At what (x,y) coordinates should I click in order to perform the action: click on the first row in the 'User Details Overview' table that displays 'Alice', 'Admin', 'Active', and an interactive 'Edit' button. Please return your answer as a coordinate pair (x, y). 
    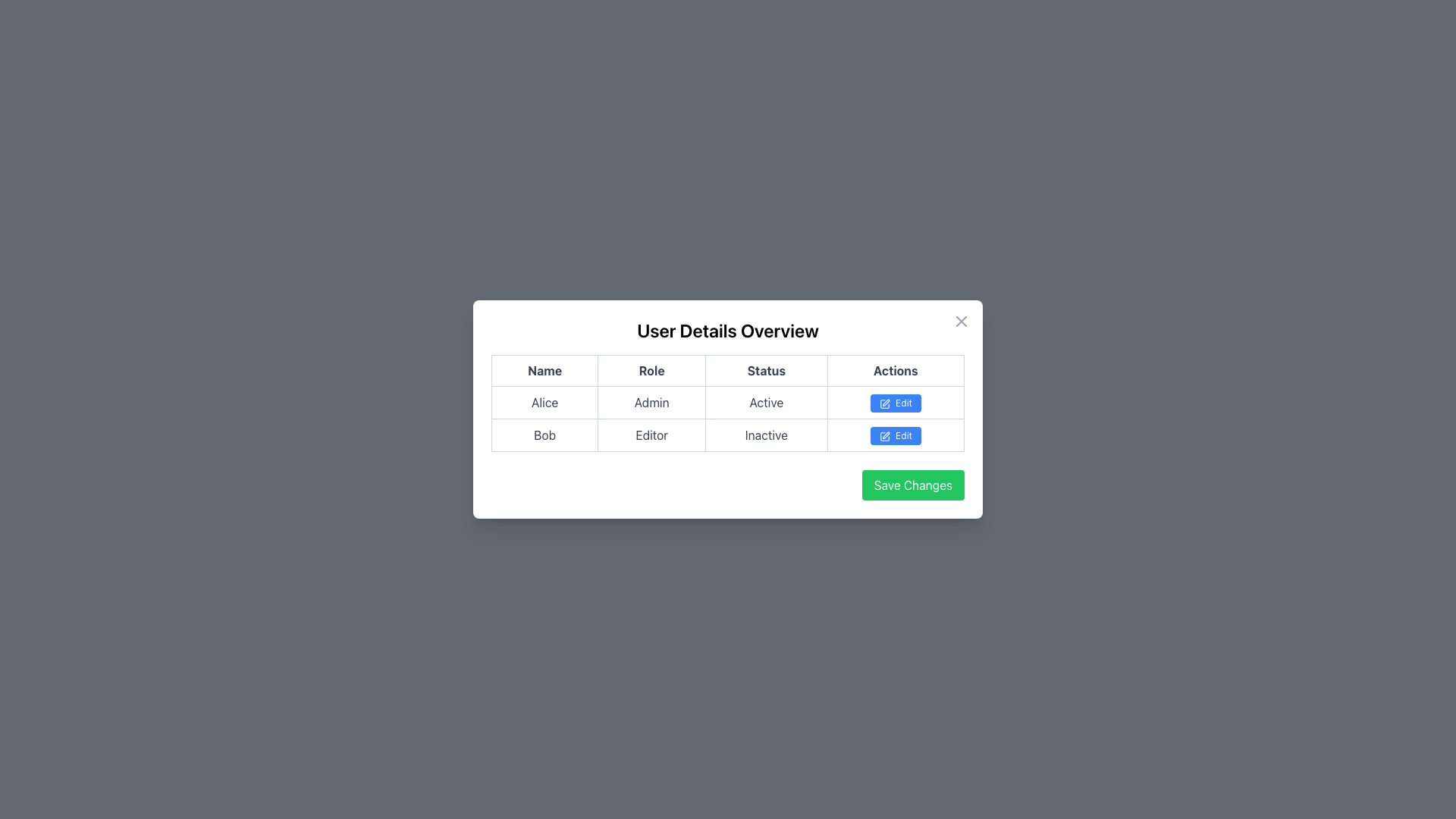
    Looking at the image, I should click on (728, 402).